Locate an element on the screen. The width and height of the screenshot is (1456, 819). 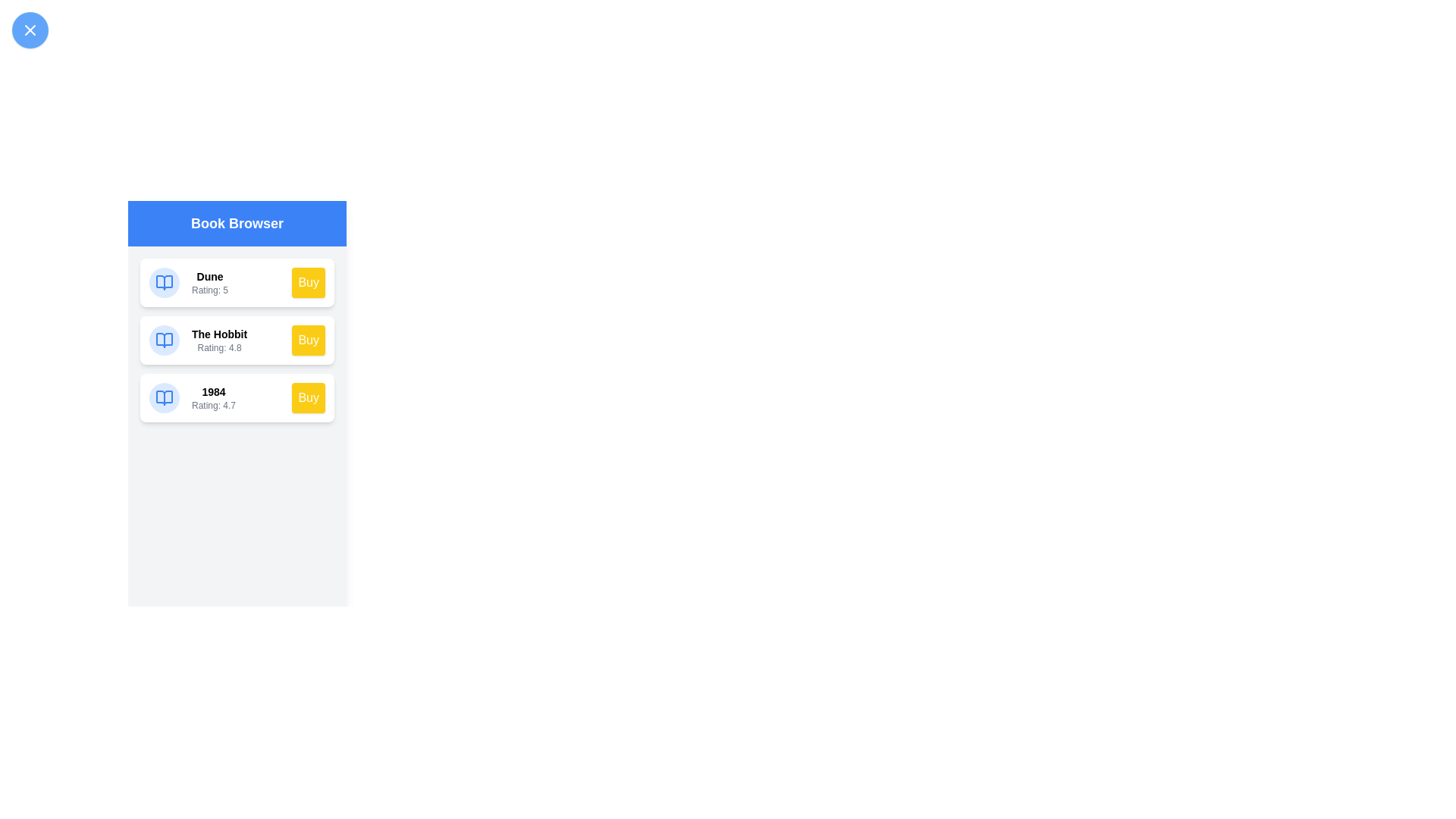
the toggle button to toggle the drawer's state is located at coordinates (30, 30).